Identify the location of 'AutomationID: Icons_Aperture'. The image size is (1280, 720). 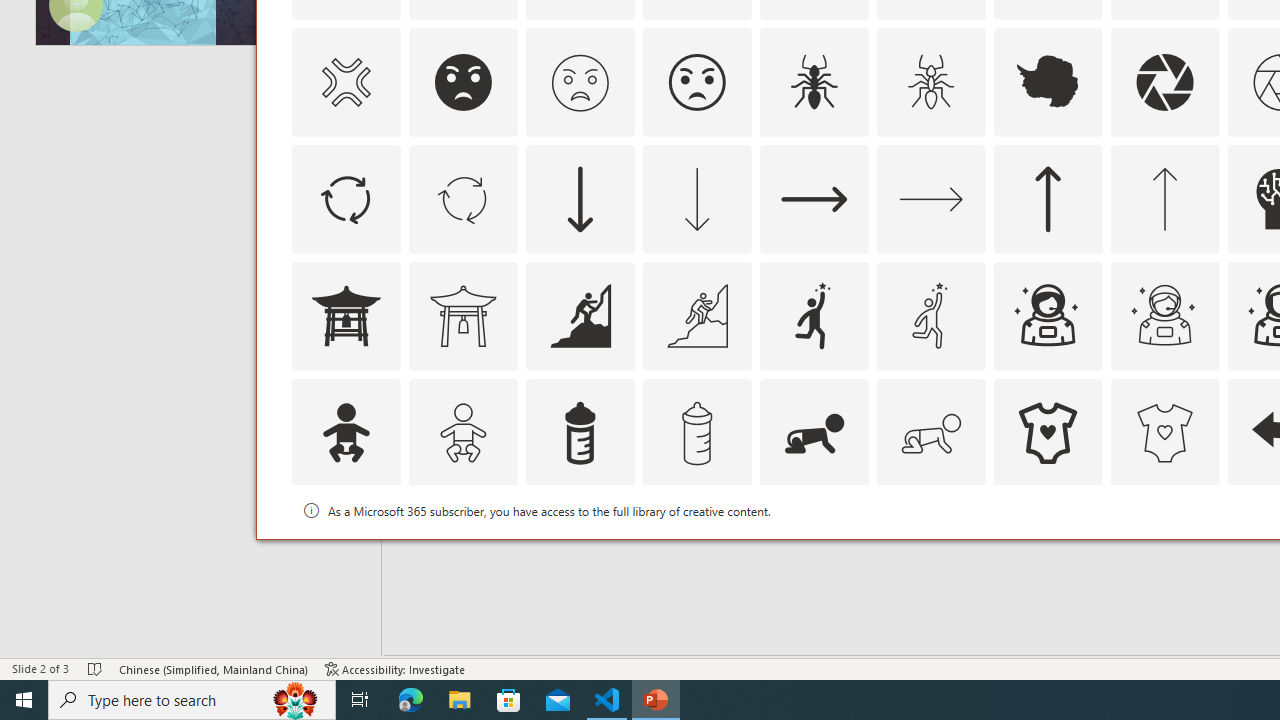
(1164, 81).